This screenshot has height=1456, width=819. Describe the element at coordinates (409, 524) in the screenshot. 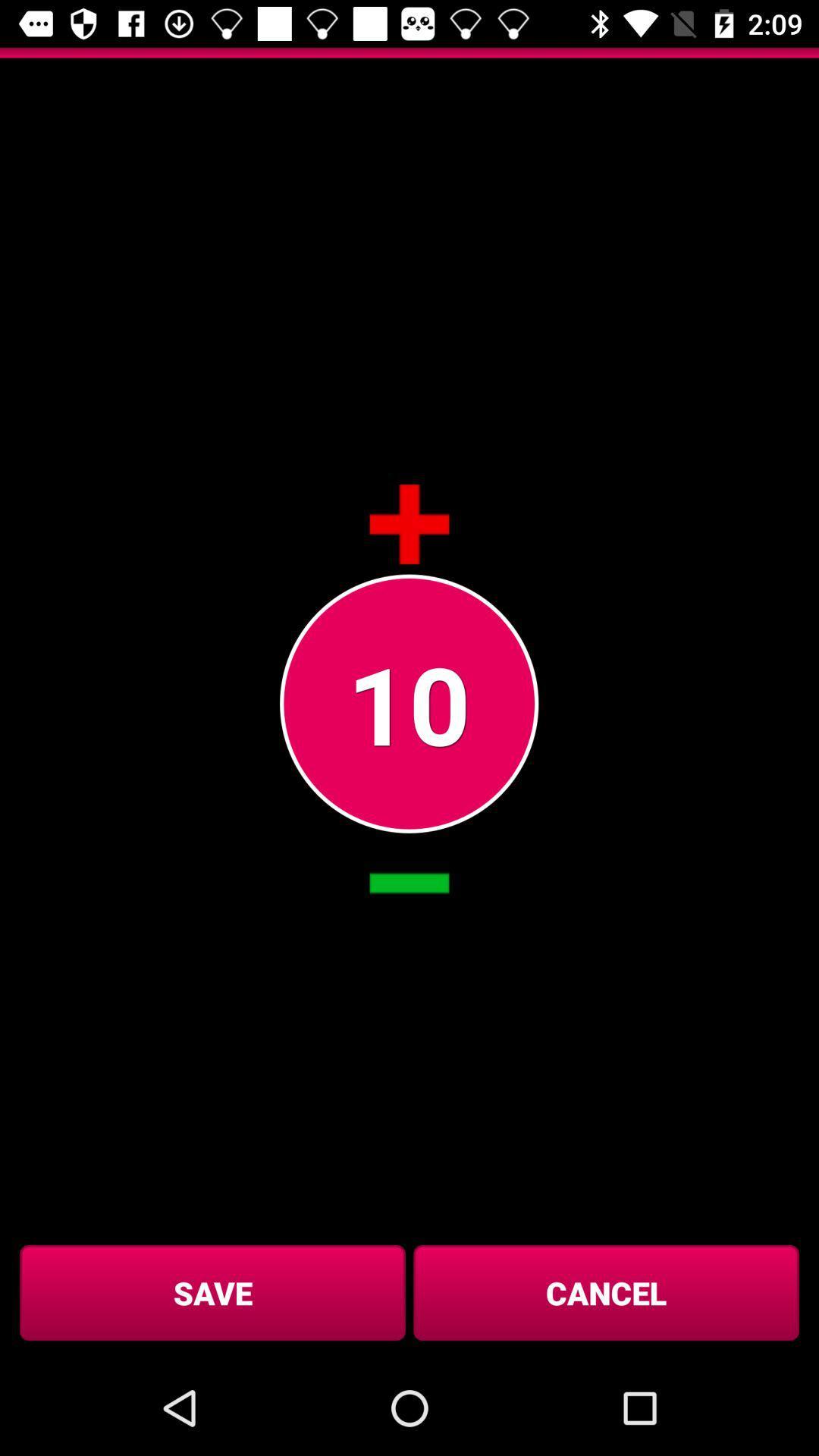

I see `the add icon` at that location.